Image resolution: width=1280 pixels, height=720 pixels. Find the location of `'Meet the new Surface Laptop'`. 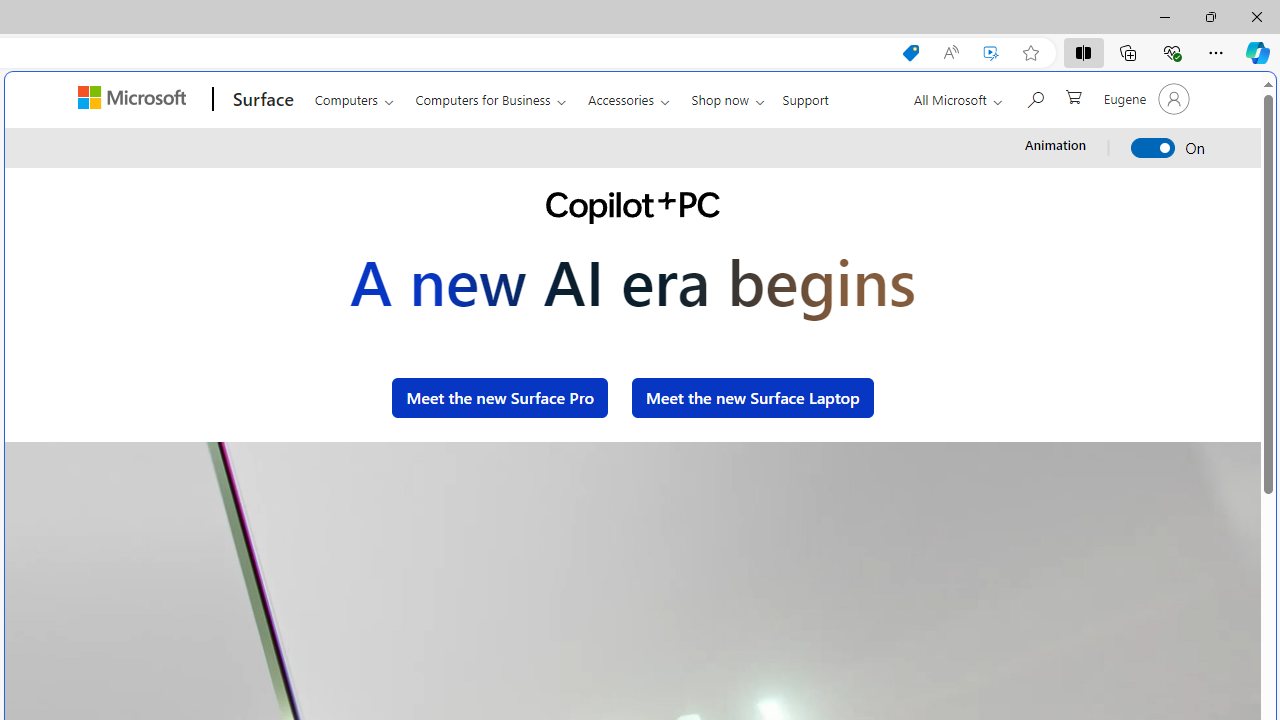

'Meet the new Surface Laptop' is located at coordinates (752, 397).